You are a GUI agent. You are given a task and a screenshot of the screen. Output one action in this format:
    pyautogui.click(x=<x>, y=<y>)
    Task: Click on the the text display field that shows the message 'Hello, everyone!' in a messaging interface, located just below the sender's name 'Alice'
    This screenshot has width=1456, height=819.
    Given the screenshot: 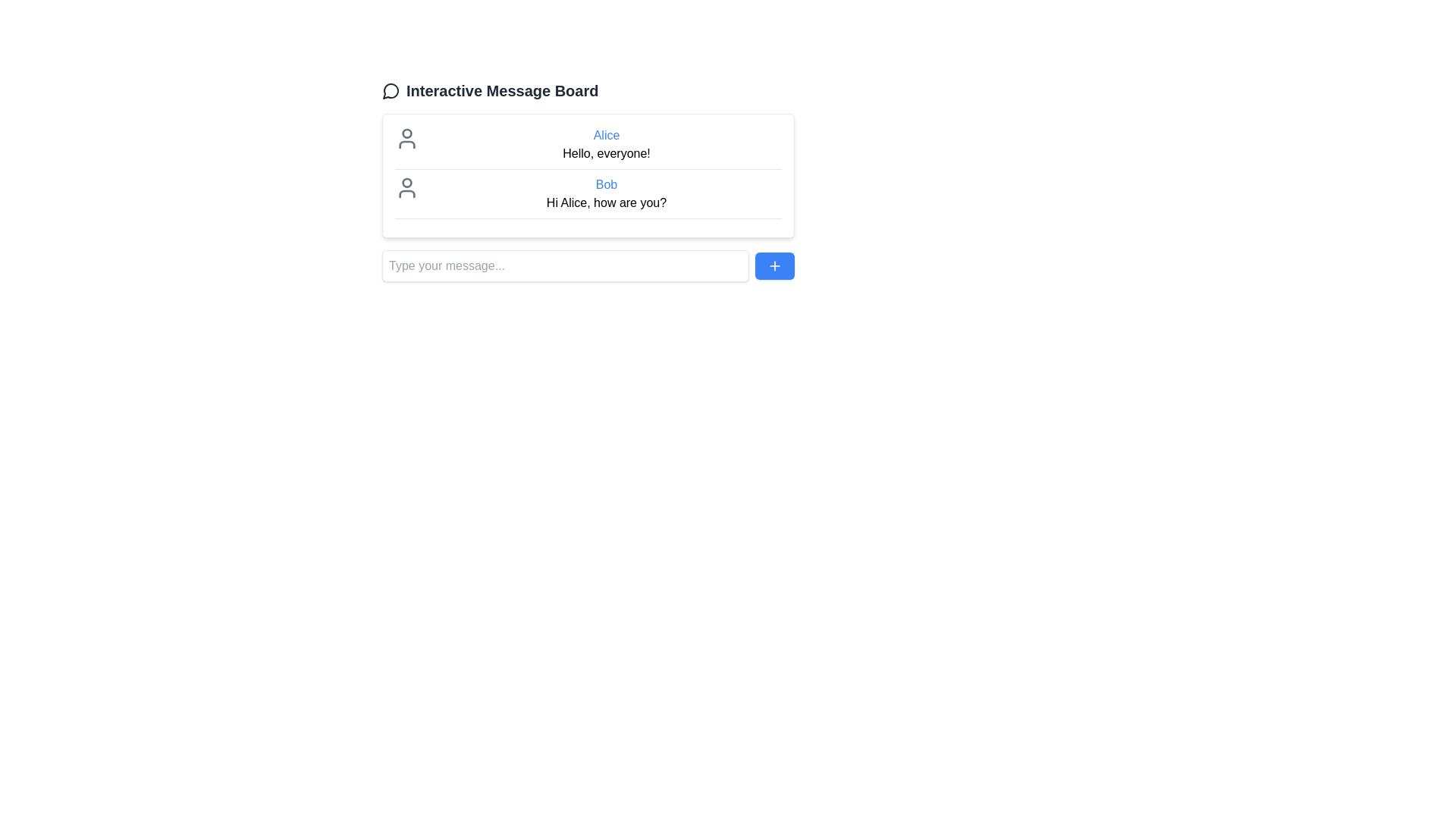 What is the action you would take?
    pyautogui.click(x=607, y=154)
    